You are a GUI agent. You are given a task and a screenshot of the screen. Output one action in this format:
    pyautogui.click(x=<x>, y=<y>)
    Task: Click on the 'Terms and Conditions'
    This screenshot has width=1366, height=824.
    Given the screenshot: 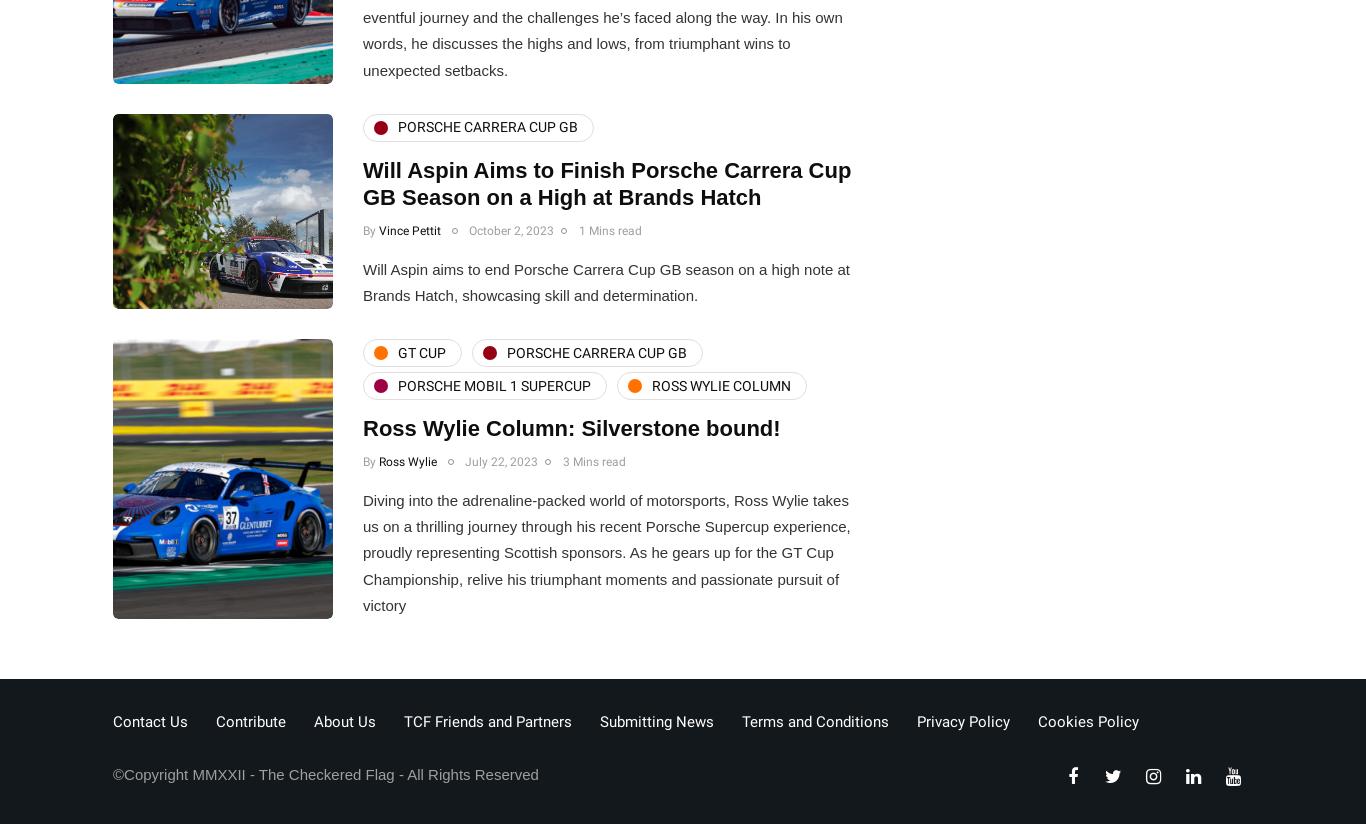 What is the action you would take?
    pyautogui.click(x=814, y=720)
    